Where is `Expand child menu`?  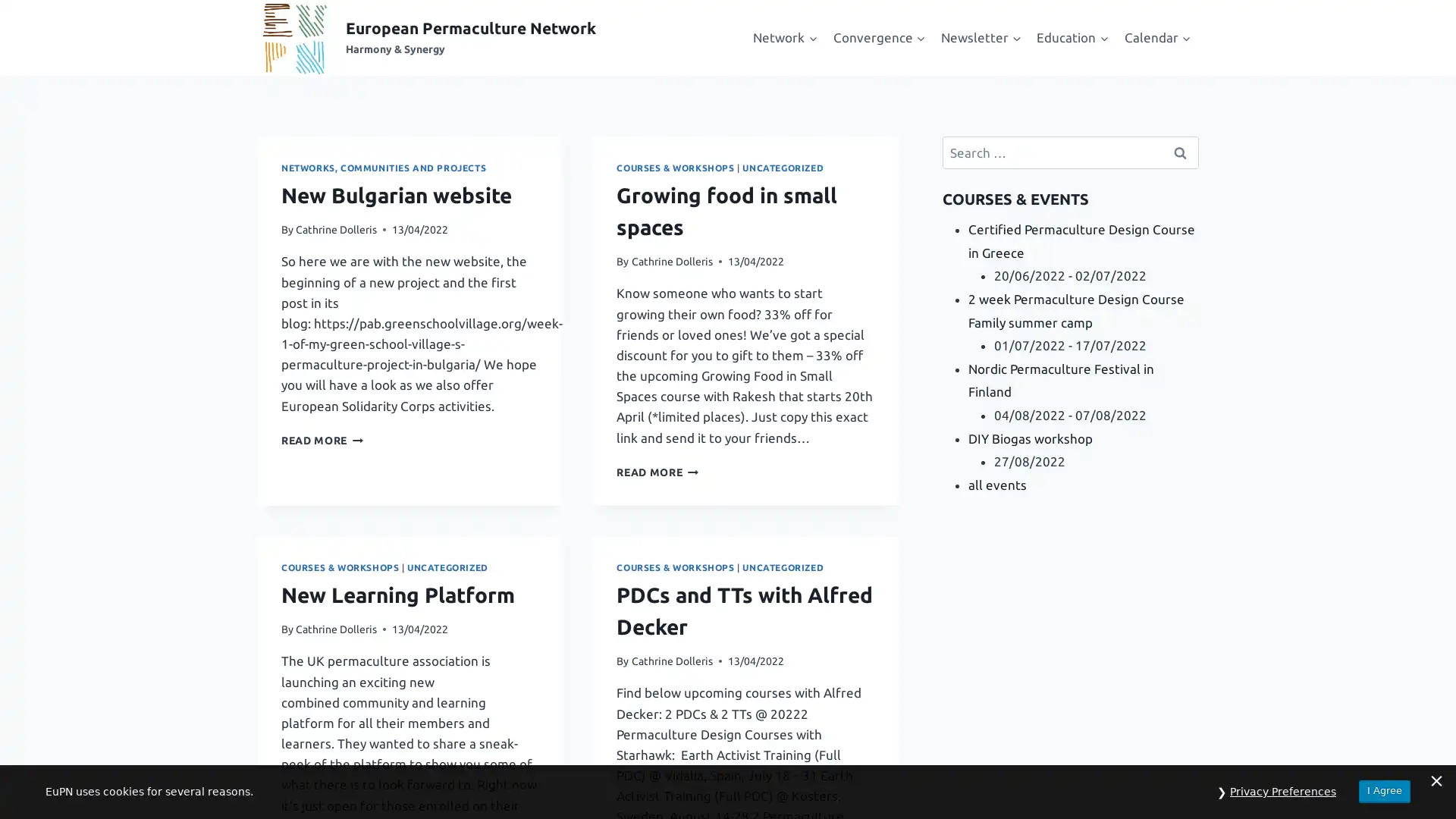
Expand child menu is located at coordinates (1072, 36).